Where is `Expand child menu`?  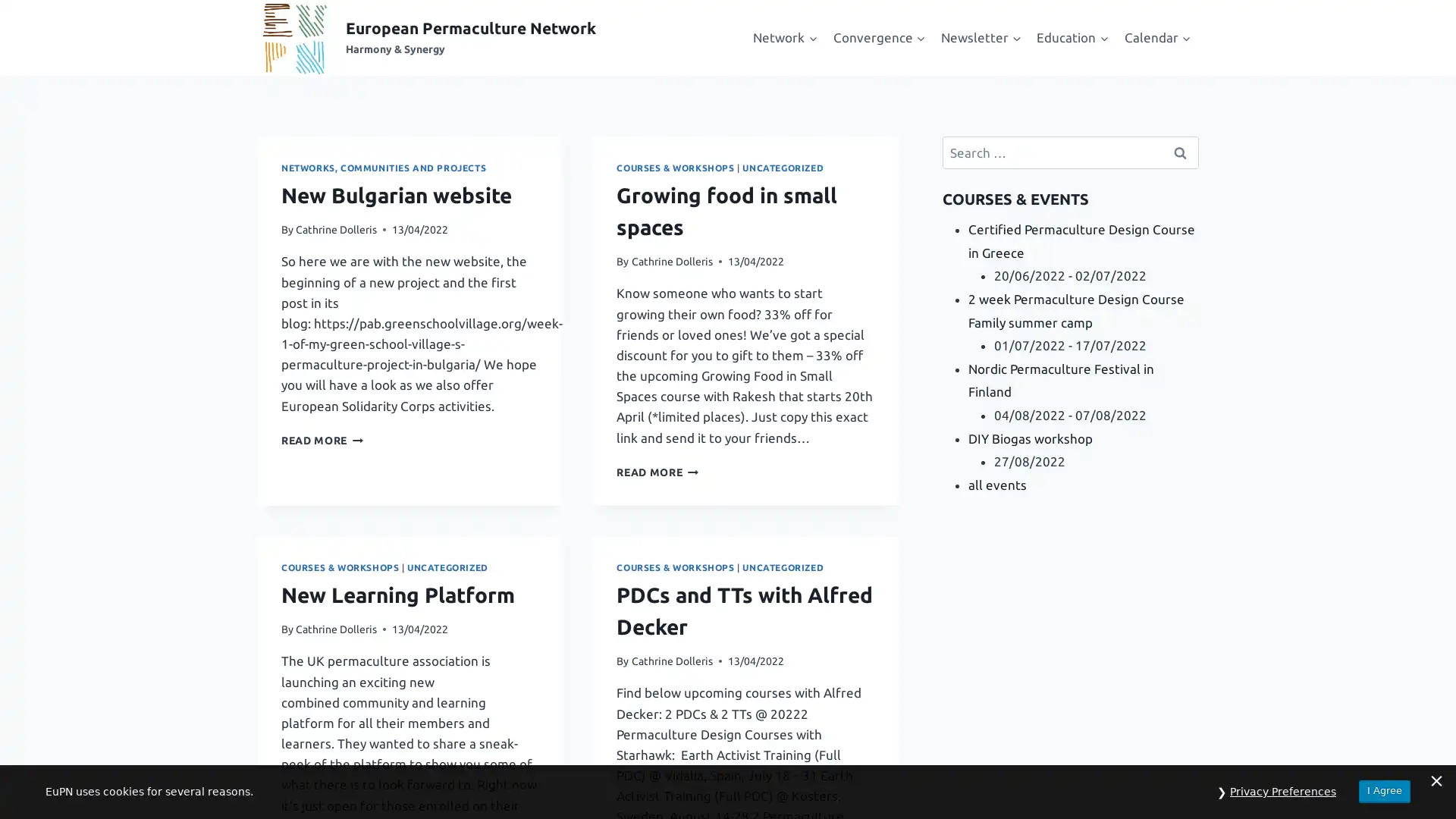
Expand child menu is located at coordinates (1072, 36).